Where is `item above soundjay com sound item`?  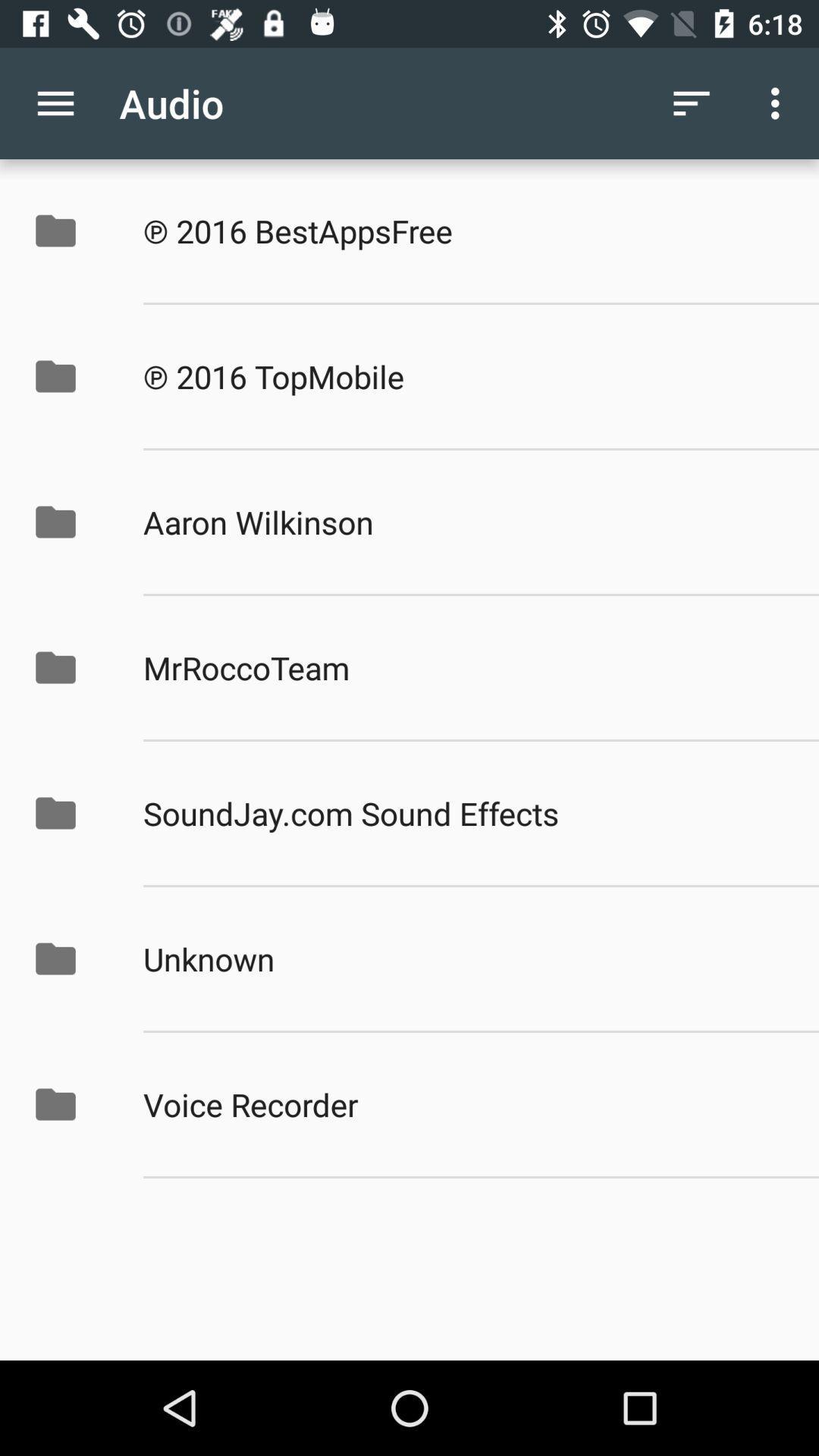
item above soundjay com sound item is located at coordinates (464, 667).